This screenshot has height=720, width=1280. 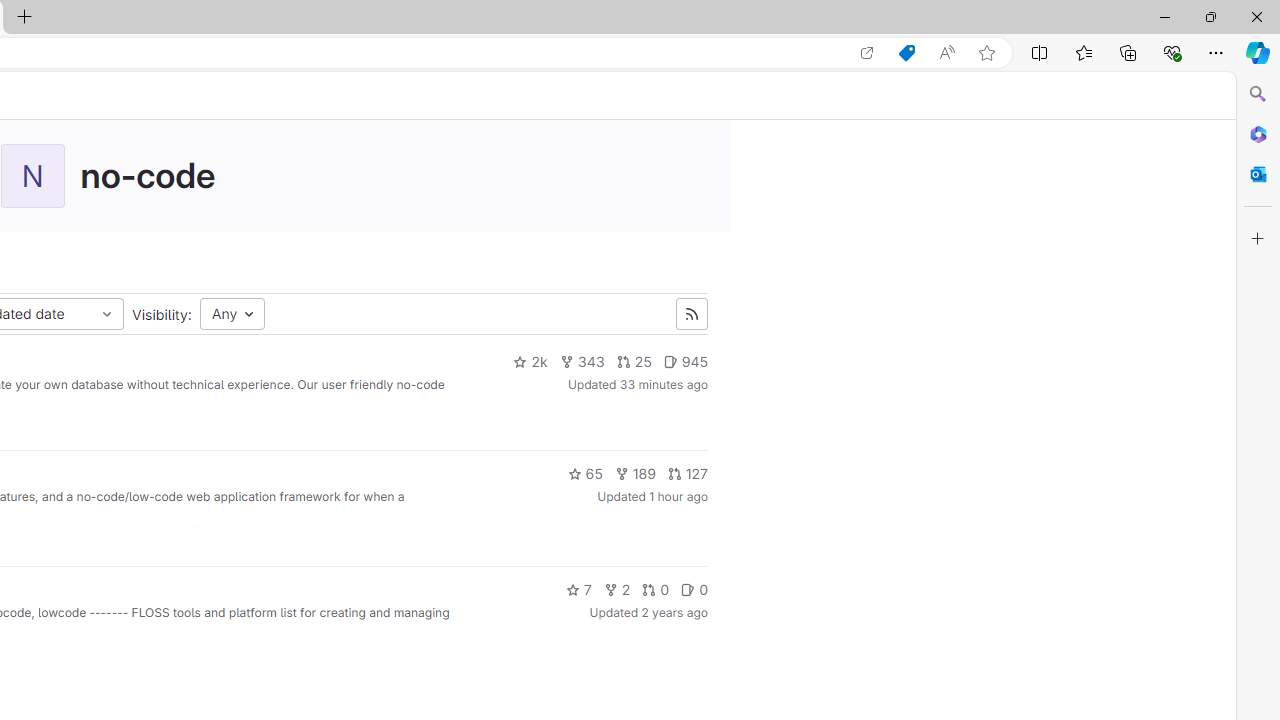 I want to click on 'Class: s14 gl-mr-2', so click(x=688, y=588).